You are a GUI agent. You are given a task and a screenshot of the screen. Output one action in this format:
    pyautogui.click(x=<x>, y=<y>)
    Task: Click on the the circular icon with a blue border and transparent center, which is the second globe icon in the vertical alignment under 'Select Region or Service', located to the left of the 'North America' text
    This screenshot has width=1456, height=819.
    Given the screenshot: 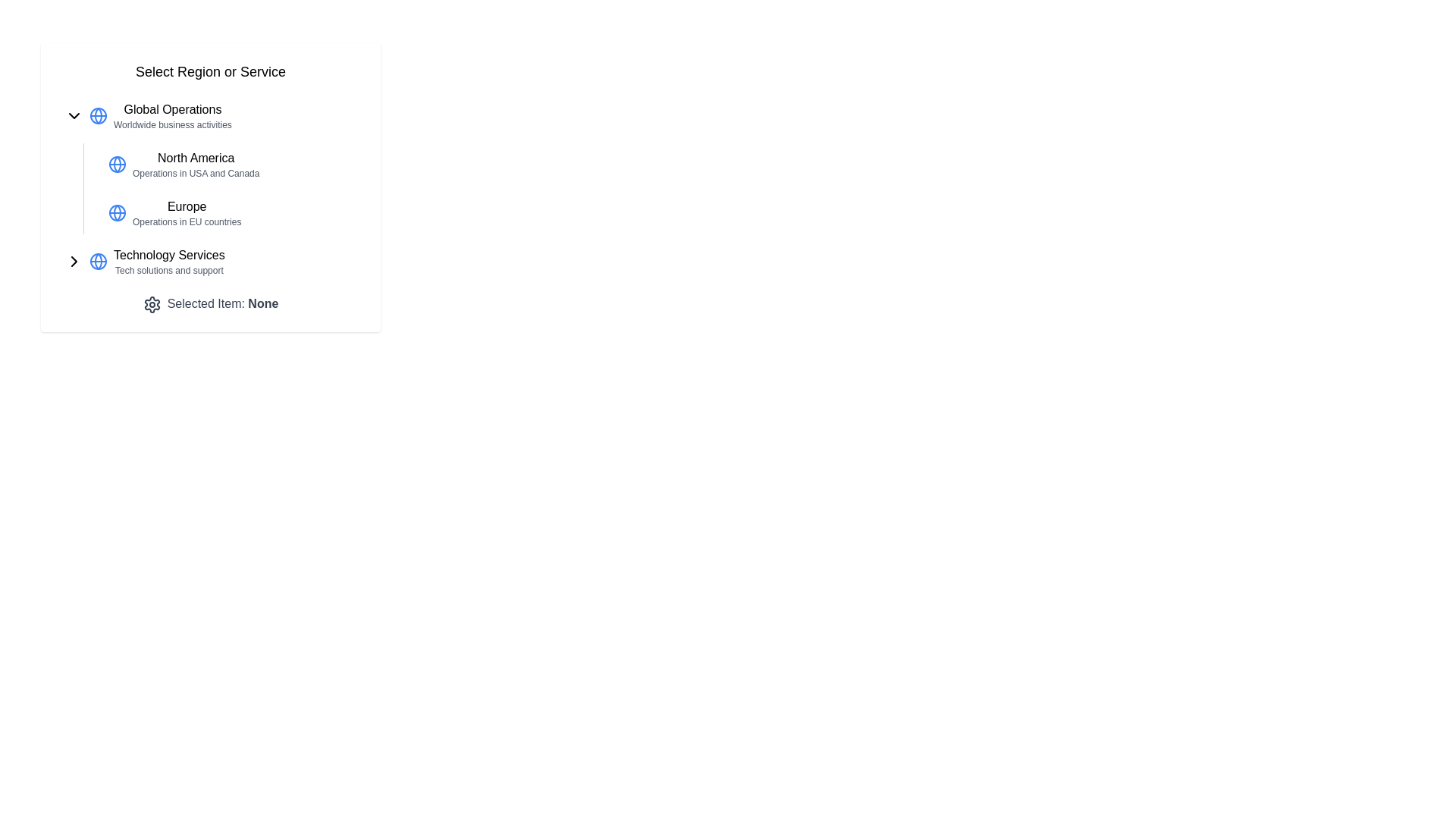 What is the action you would take?
    pyautogui.click(x=116, y=164)
    